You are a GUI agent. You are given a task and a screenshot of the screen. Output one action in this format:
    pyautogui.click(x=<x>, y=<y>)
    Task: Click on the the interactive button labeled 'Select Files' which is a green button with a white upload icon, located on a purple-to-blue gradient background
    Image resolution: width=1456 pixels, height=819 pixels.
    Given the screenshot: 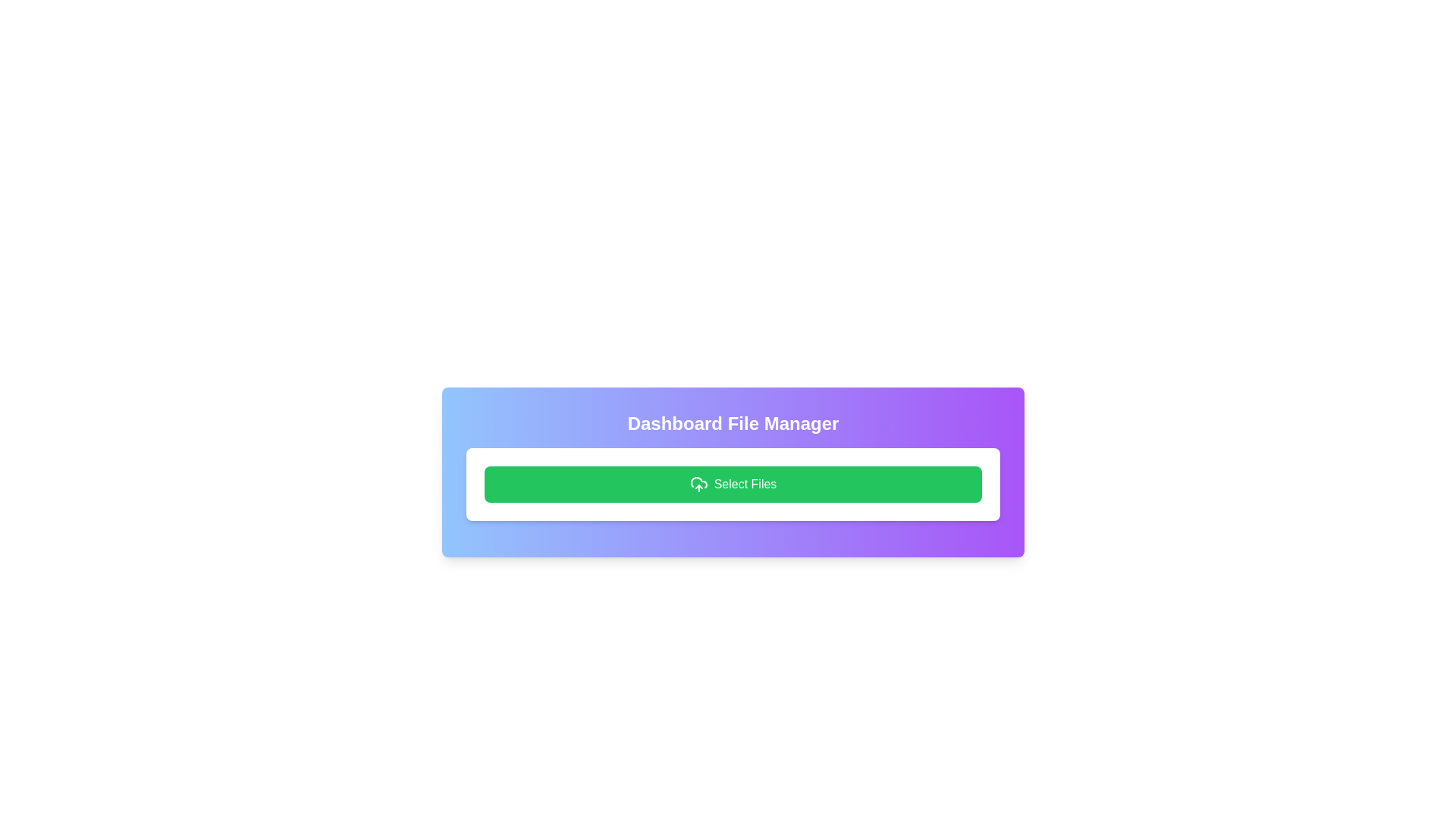 What is the action you would take?
    pyautogui.click(x=733, y=472)
    